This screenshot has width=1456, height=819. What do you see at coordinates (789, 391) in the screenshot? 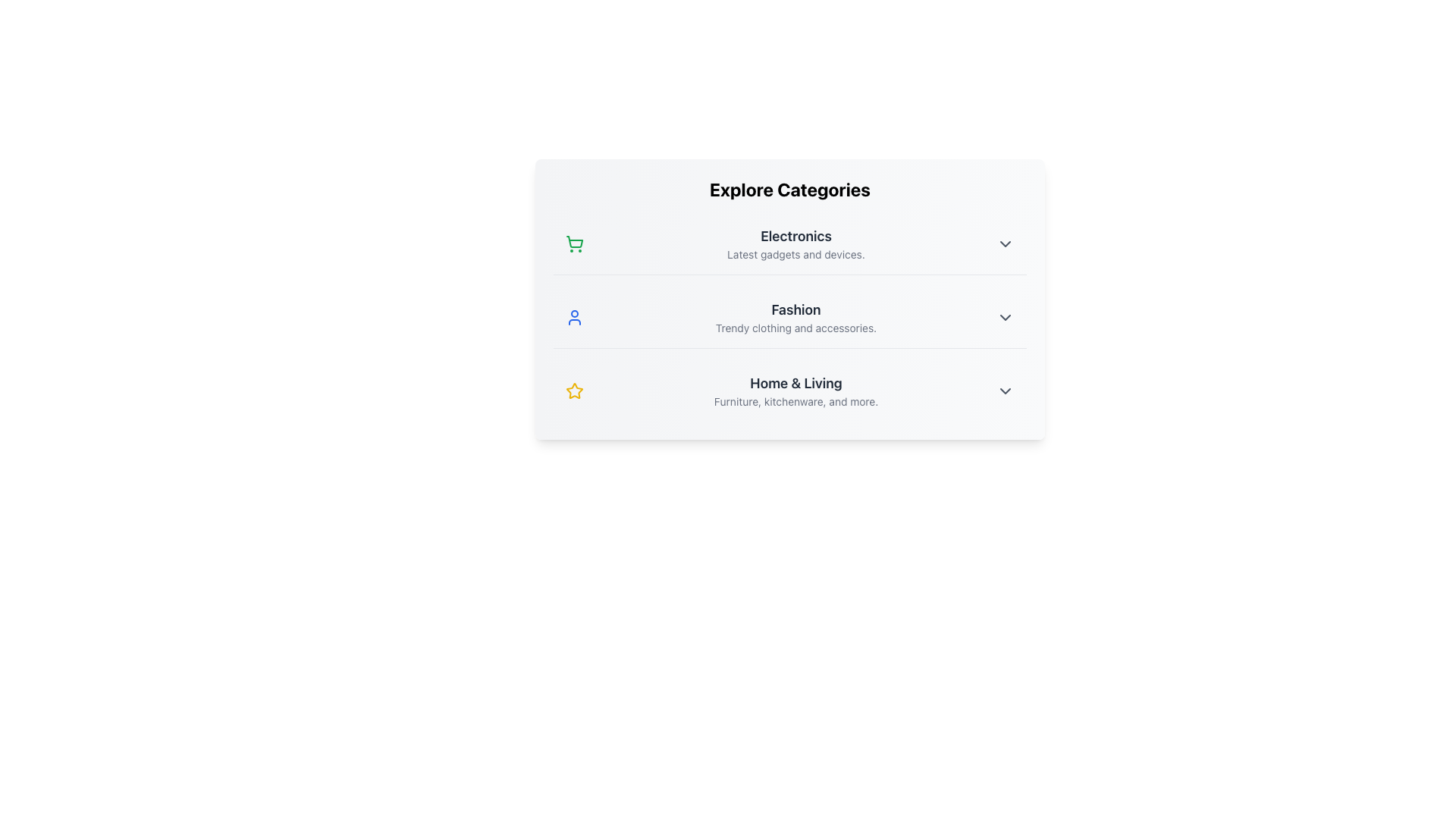
I see `the 'Home & Living' category list item, which includes a bold title and a description` at bounding box center [789, 391].